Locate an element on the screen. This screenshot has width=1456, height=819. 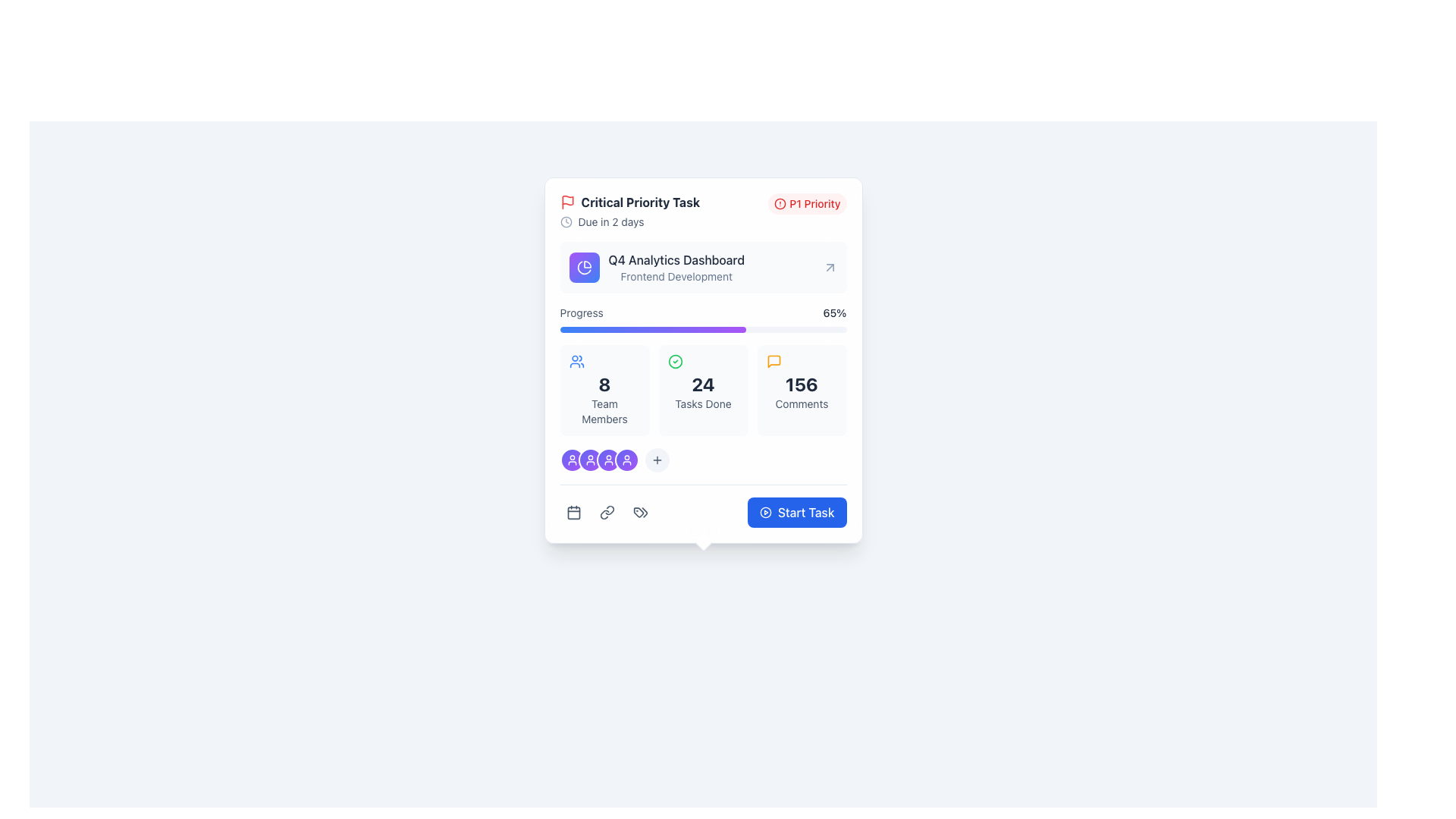
the circular green outlined icon with a checkmark in the center, which indicates success or completion, positioned to the left of the number '24' and above 'Tasks Done' in the dashboard card interface is located at coordinates (674, 362).